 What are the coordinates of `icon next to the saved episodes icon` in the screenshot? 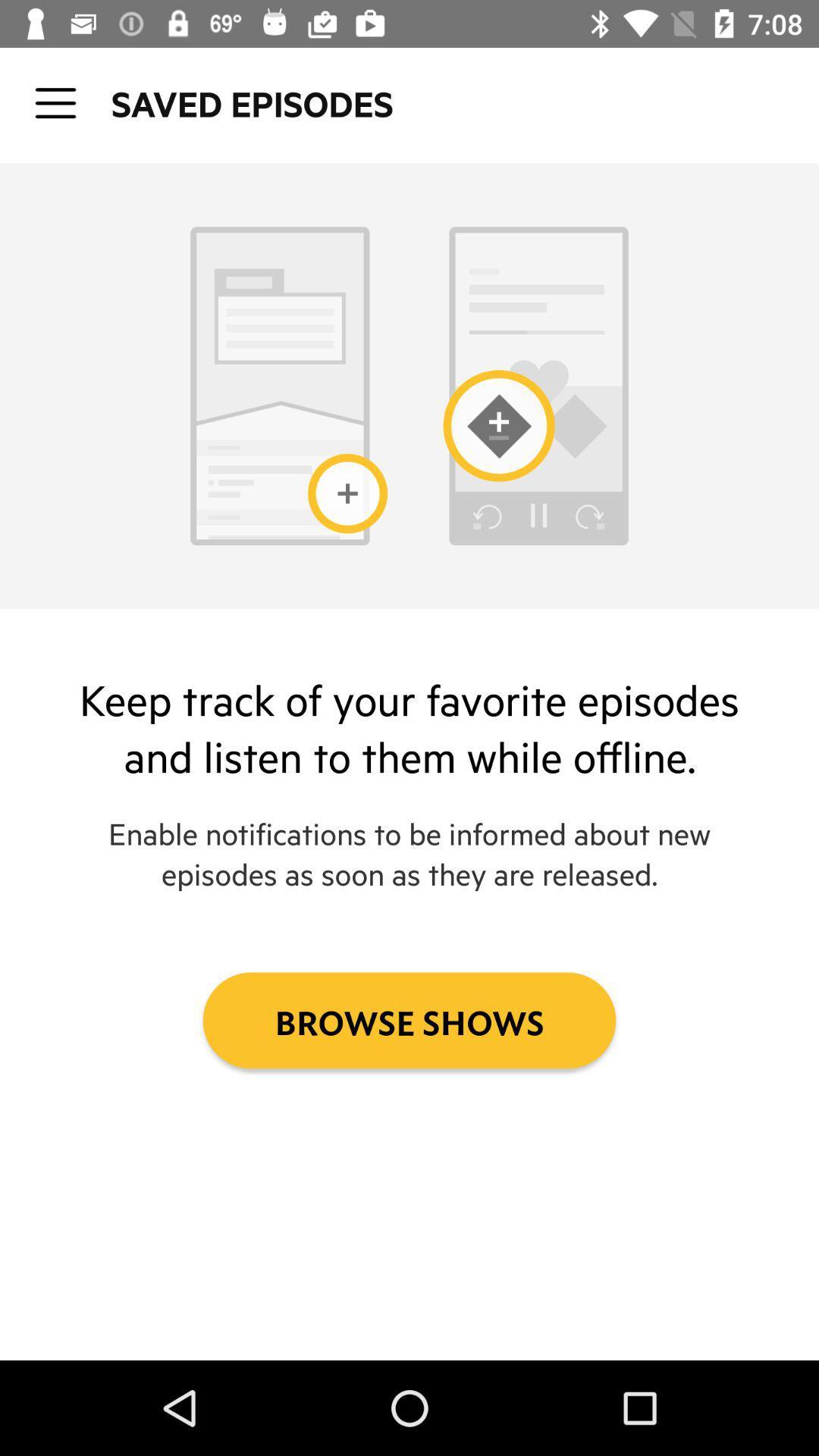 It's located at (55, 102).